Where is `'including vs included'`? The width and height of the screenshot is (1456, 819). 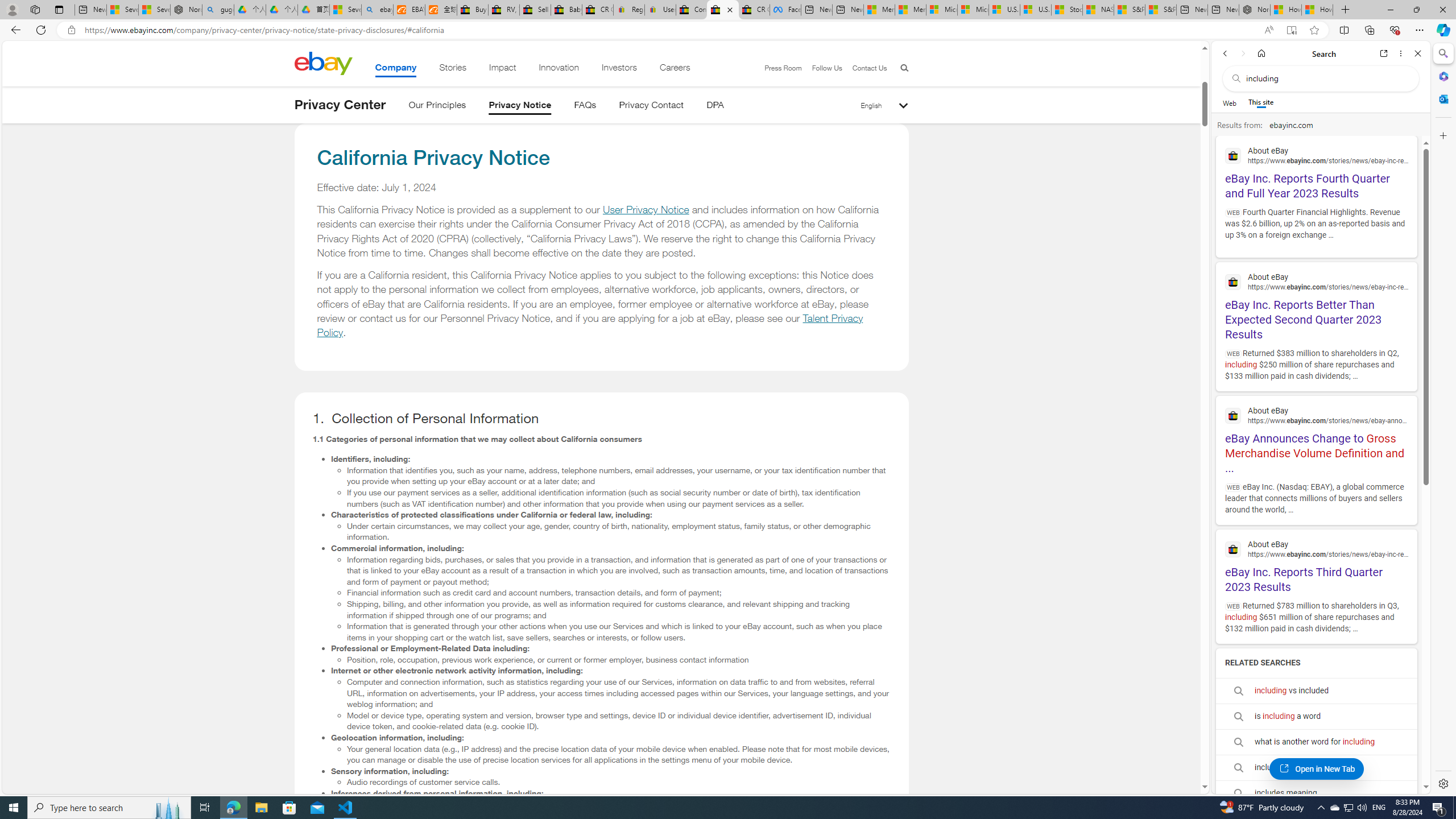
'including vs included' is located at coordinates (1316, 690).